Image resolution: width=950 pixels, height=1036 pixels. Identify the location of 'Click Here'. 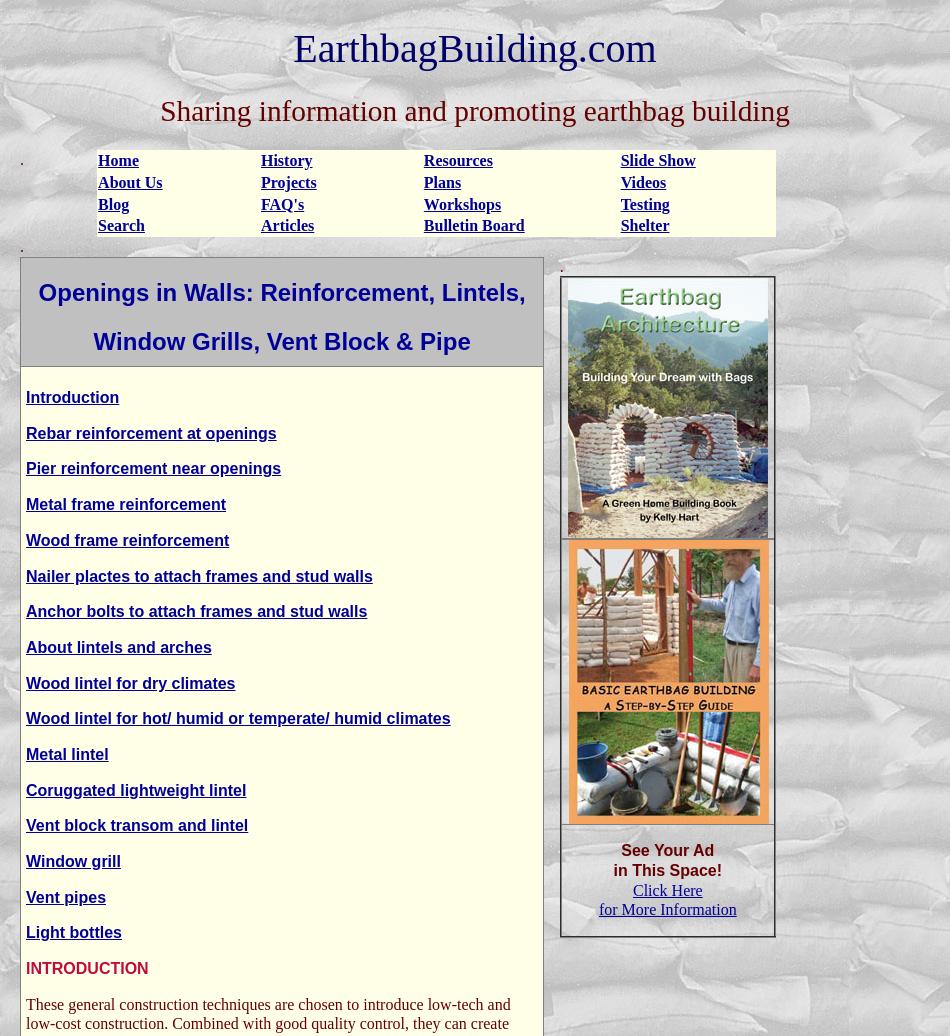
(632, 889).